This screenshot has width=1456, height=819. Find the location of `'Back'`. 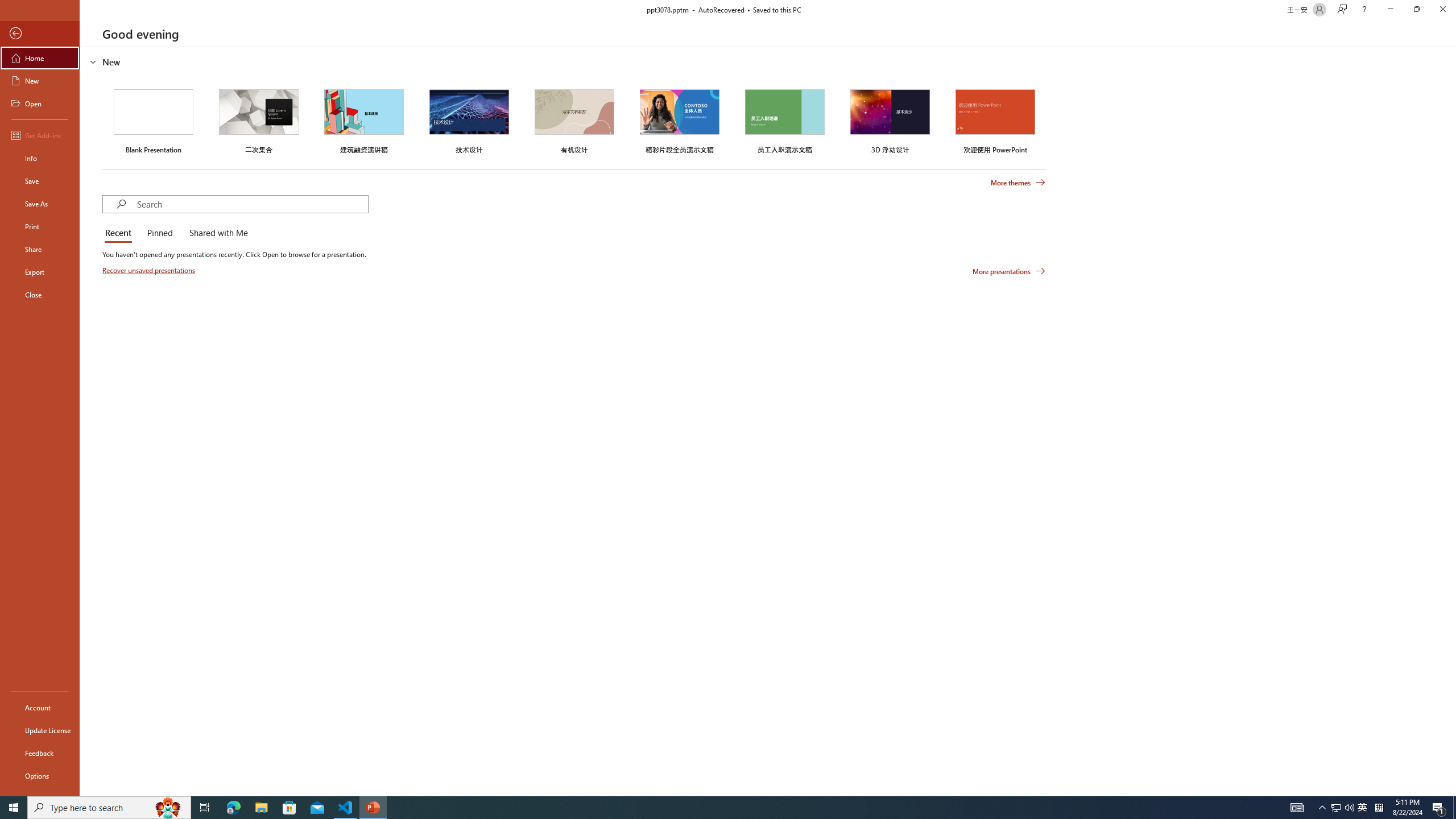

'Back' is located at coordinates (39, 33).